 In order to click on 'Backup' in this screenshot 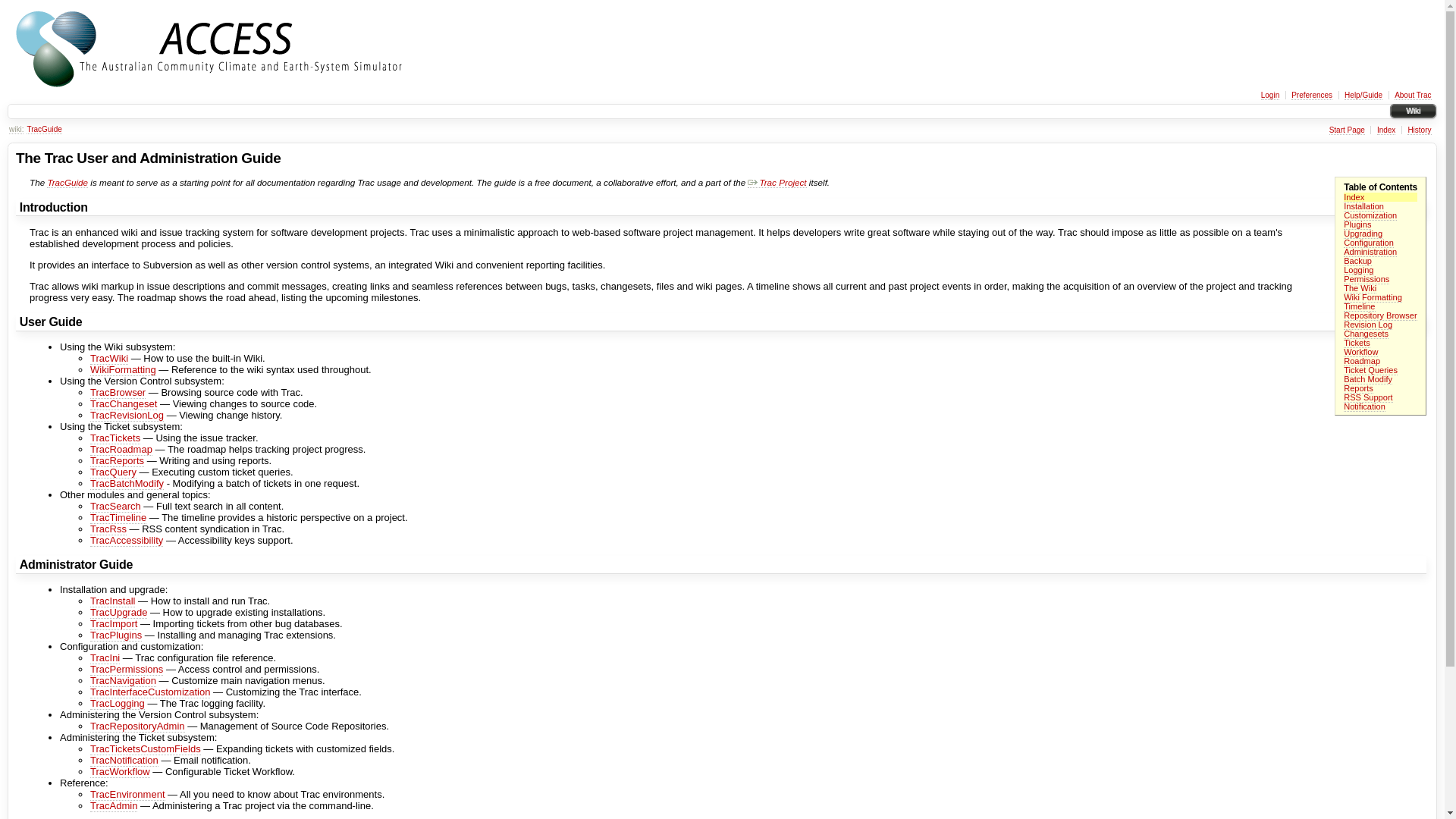, I will do `click(1357, 260)`.